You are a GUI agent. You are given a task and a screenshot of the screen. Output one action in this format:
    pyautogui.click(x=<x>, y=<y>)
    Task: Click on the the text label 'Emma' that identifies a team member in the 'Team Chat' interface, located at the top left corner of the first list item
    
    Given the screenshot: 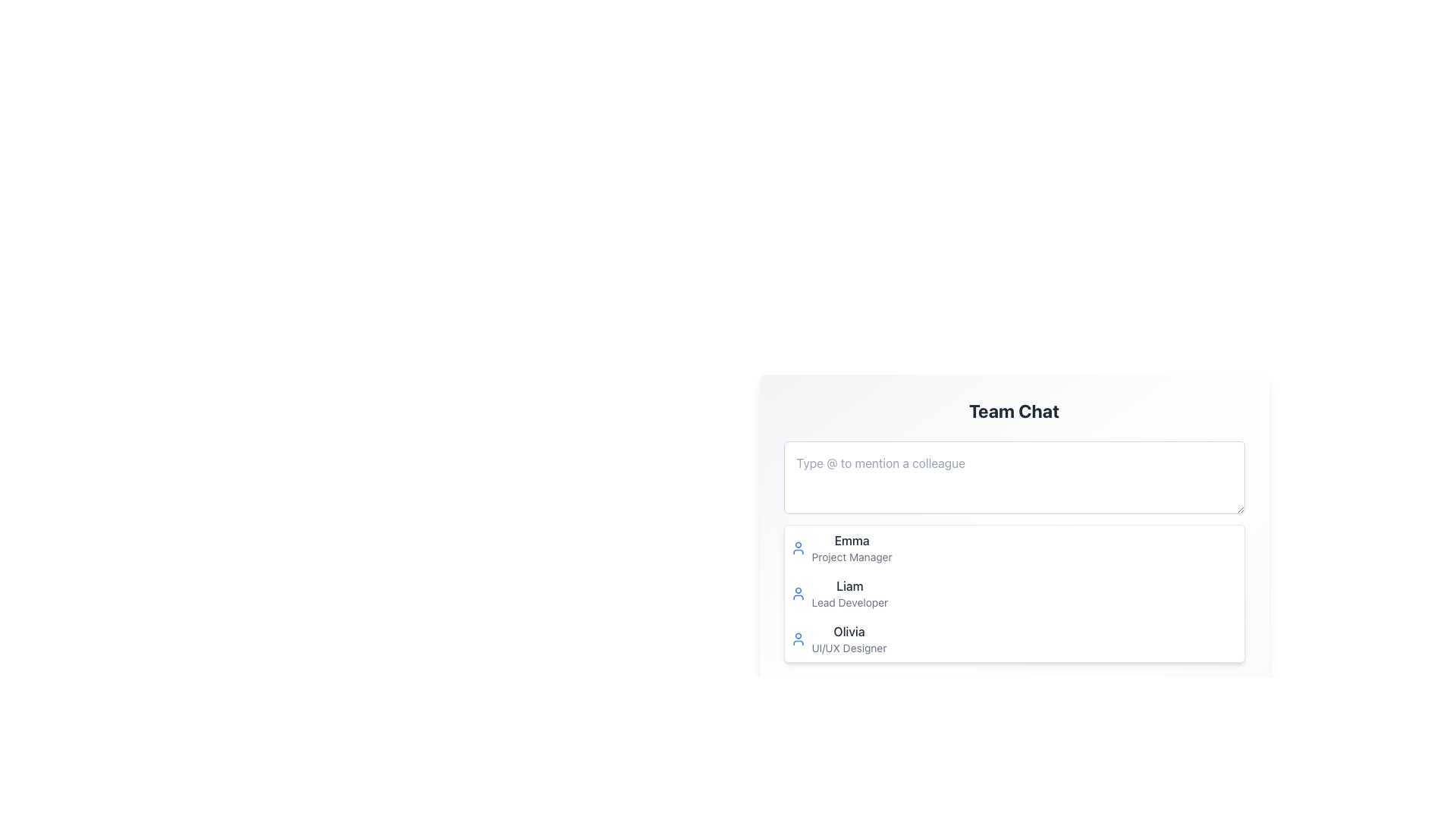 What is the action you would take?
    pyautogui.click(x=852, y=540)
    